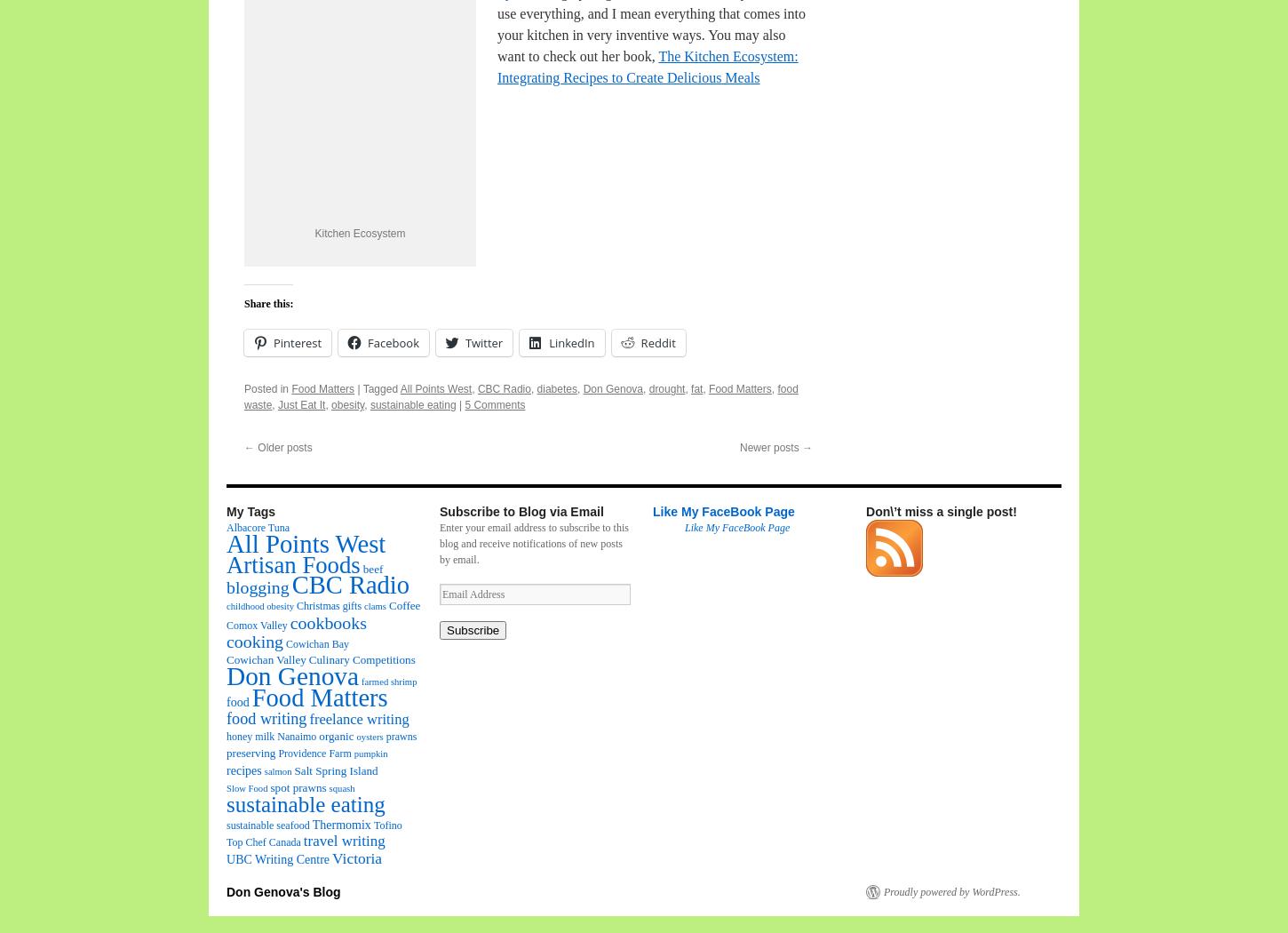 The image size is (1288, 933). I want to click on 'recipes', so click(243, 769).